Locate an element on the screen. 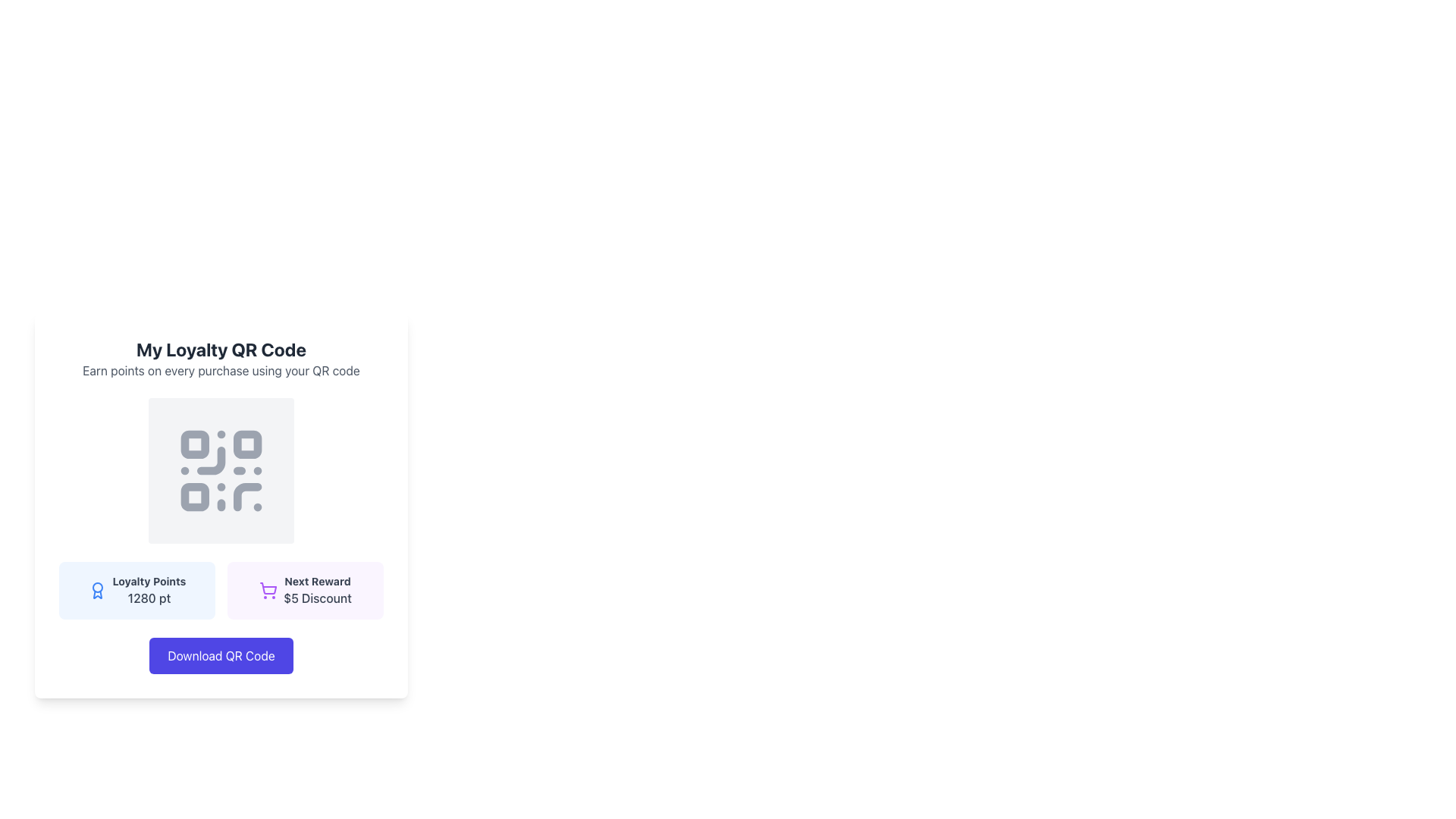 Image resolution: width=1456 pixels, height=819 pixels. the button labeled 'Download QR Code' with a blue background and white text is located at coordinates (221, 654).